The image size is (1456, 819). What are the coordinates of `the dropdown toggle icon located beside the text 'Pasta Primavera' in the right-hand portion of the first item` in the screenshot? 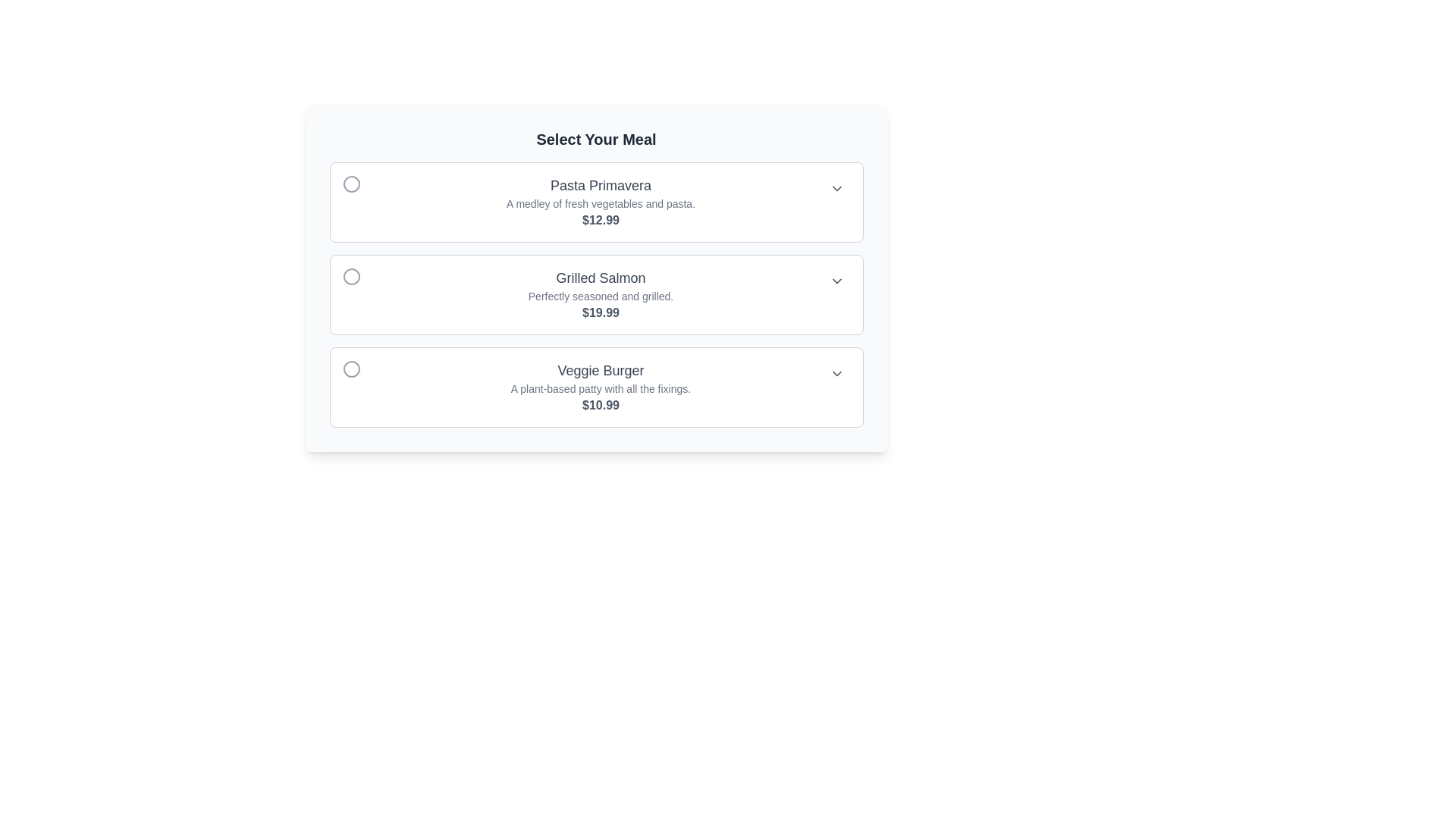 It's located at (836, 188).